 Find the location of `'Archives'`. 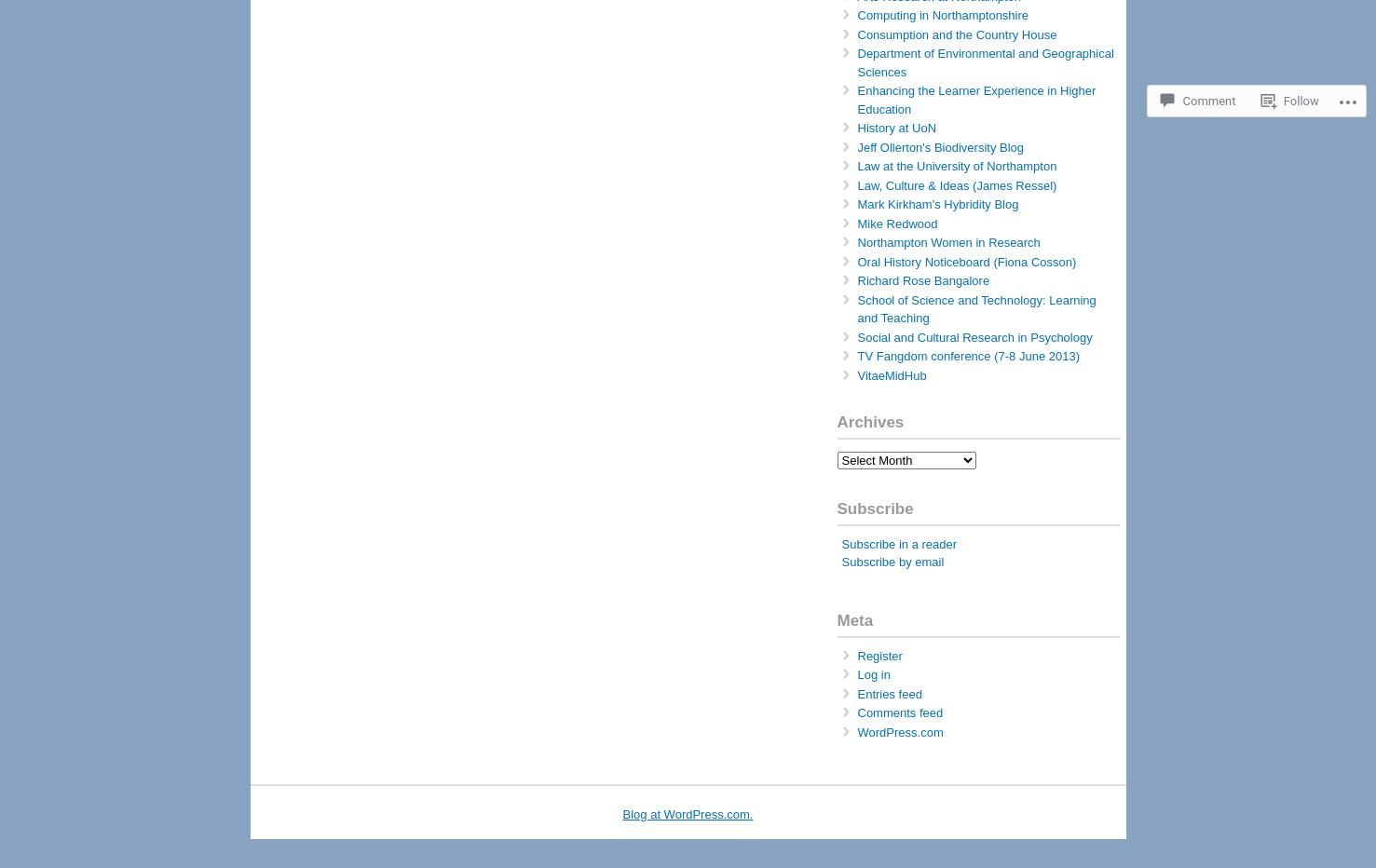

'Archives' is located at coordinates (870, 422).